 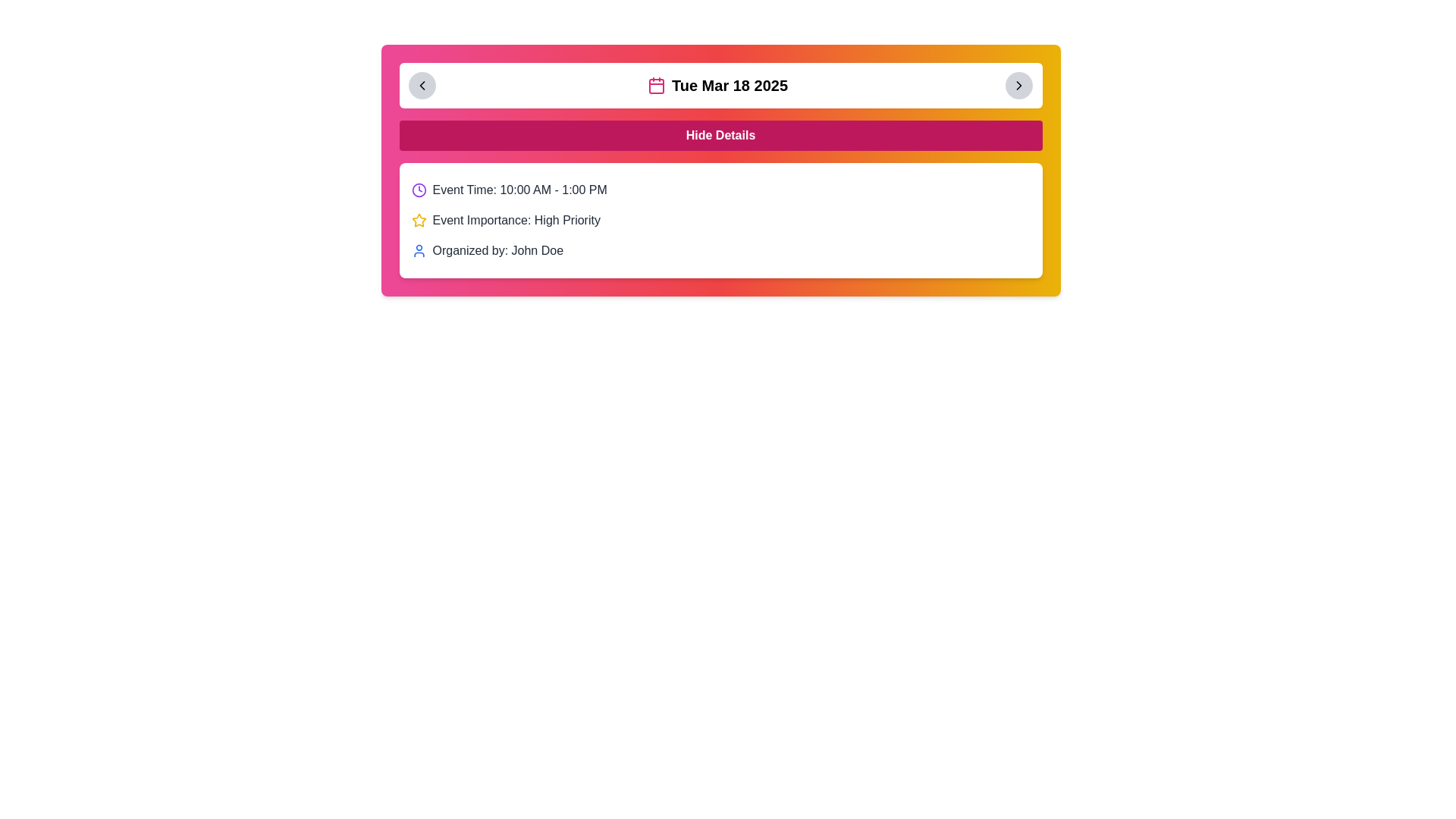 What do you see at coordinates (656, 86) in the screenshot?
I see `the interior rectangle of the calendar icon, which is located to the right of the header text 'Tue Mar 18 2025'` at bounding box center [656, 86].